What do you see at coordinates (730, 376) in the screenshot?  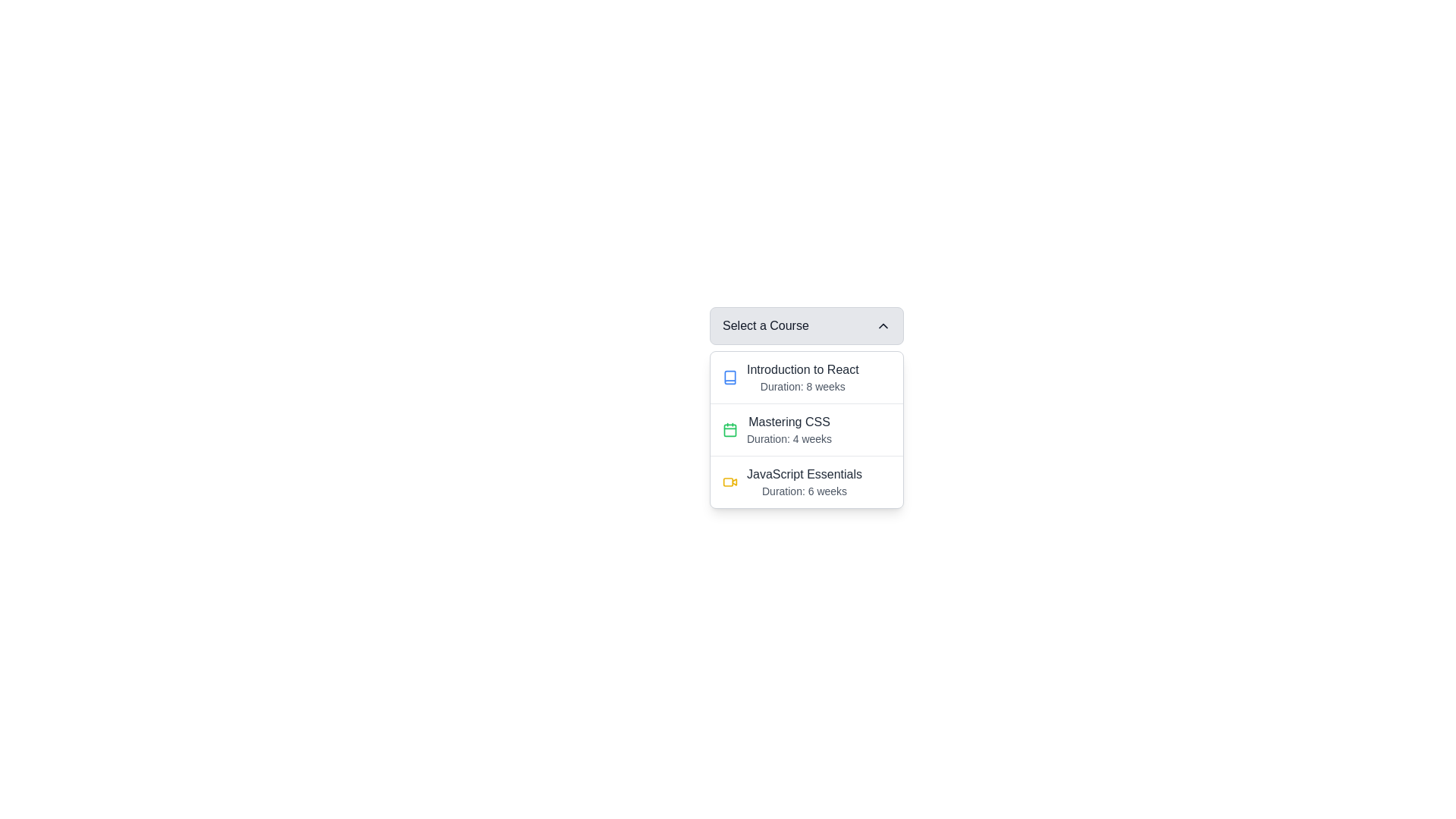 I see `the decorative icon representing the 'Introduction to React' course, which is the first icon on the left in the clickable list item under the 'Select a Course' dropdown` at bounding box center [730, 376].